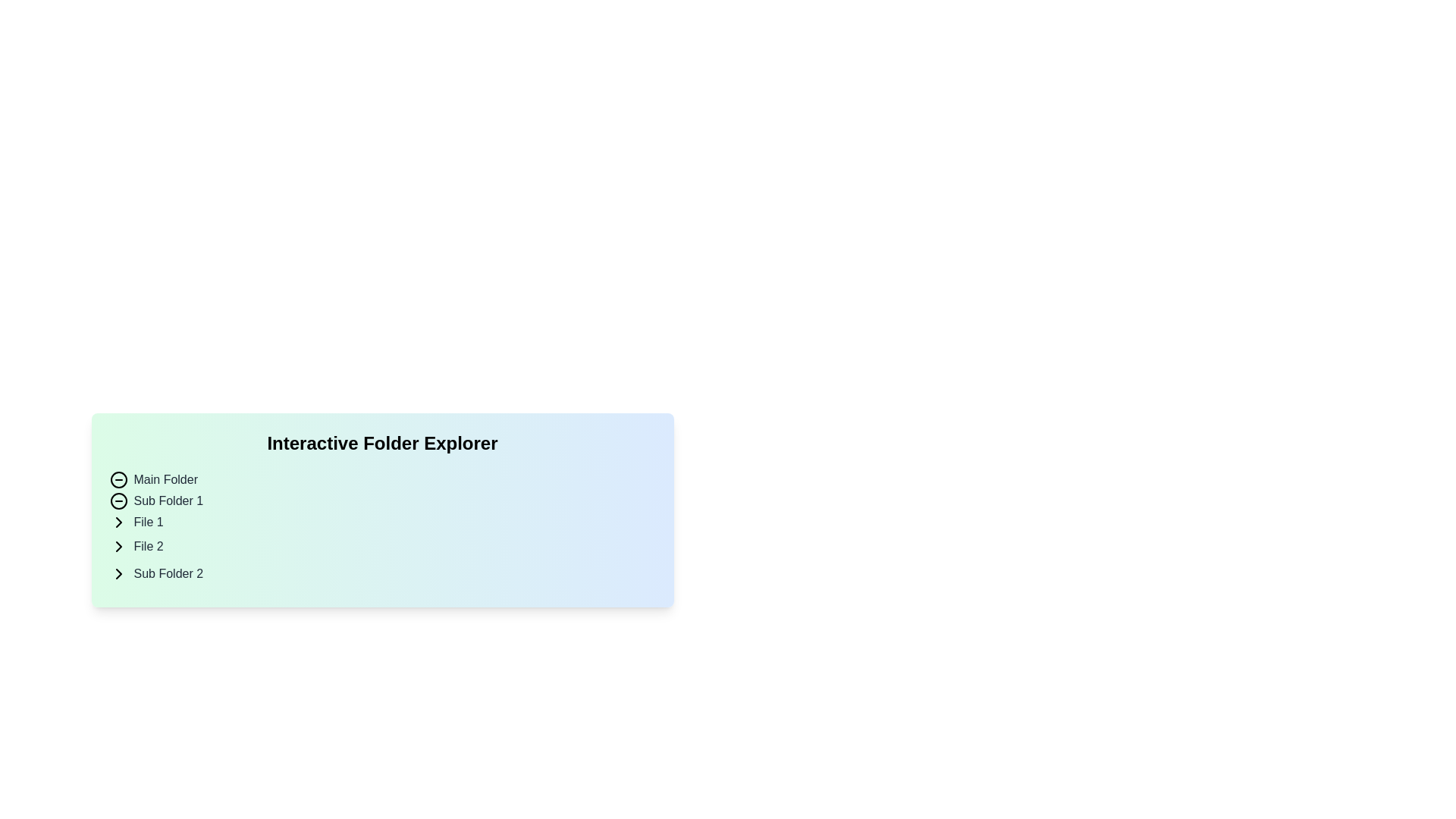 This screenshot has width=1456, height=819. What do you see at coordinates (382, 573) in the screenshot?
I see `the 'Sub Folder 2' item in the tree view` at bounding box center [382, 573].